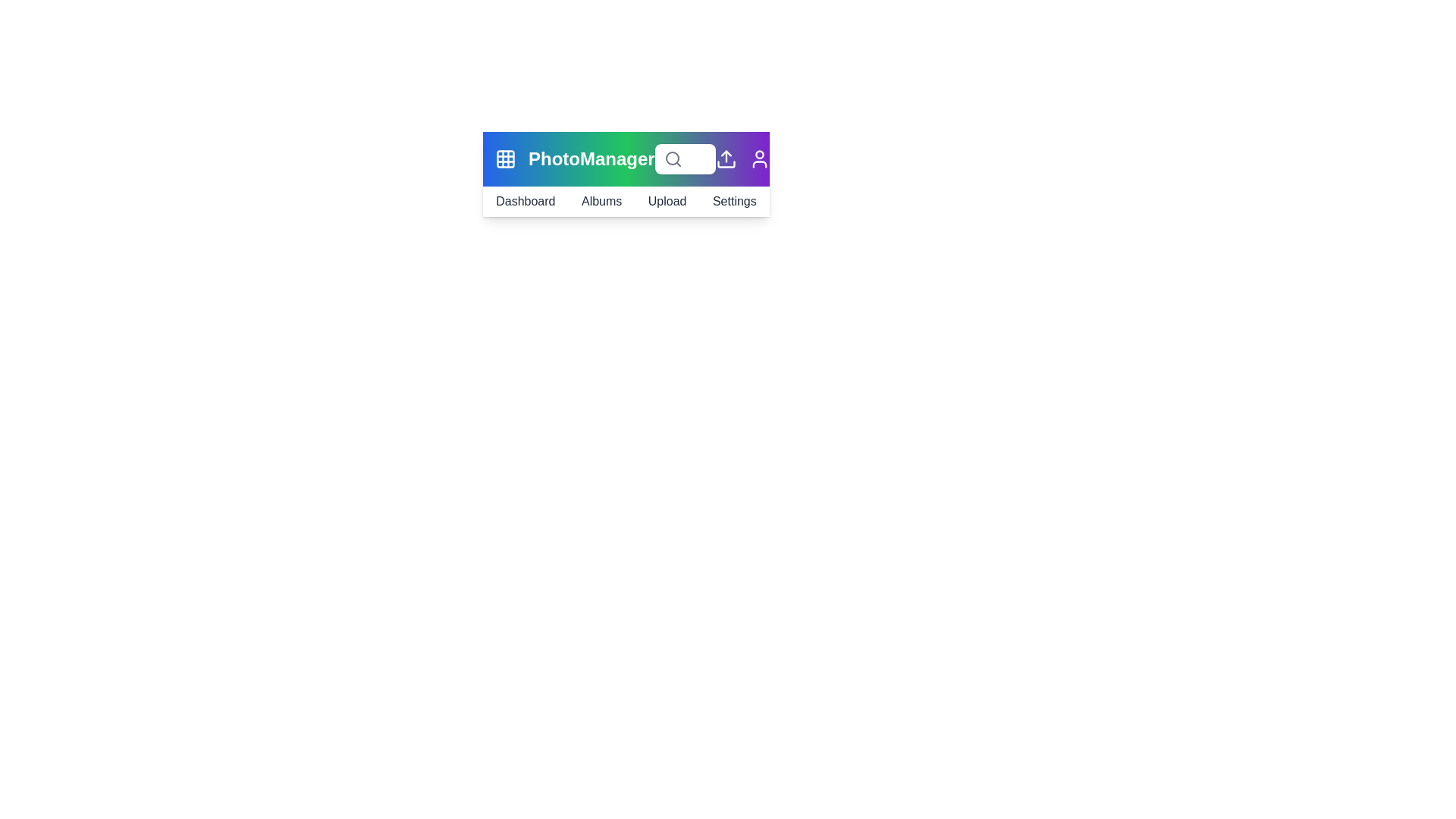 Image resolution: width=1456 pixels, height=819 pixels. What do you see at coordinates (759, 158) in the screenshot?
I see `the user icon to access user settings` at bounding box center [759, 158].